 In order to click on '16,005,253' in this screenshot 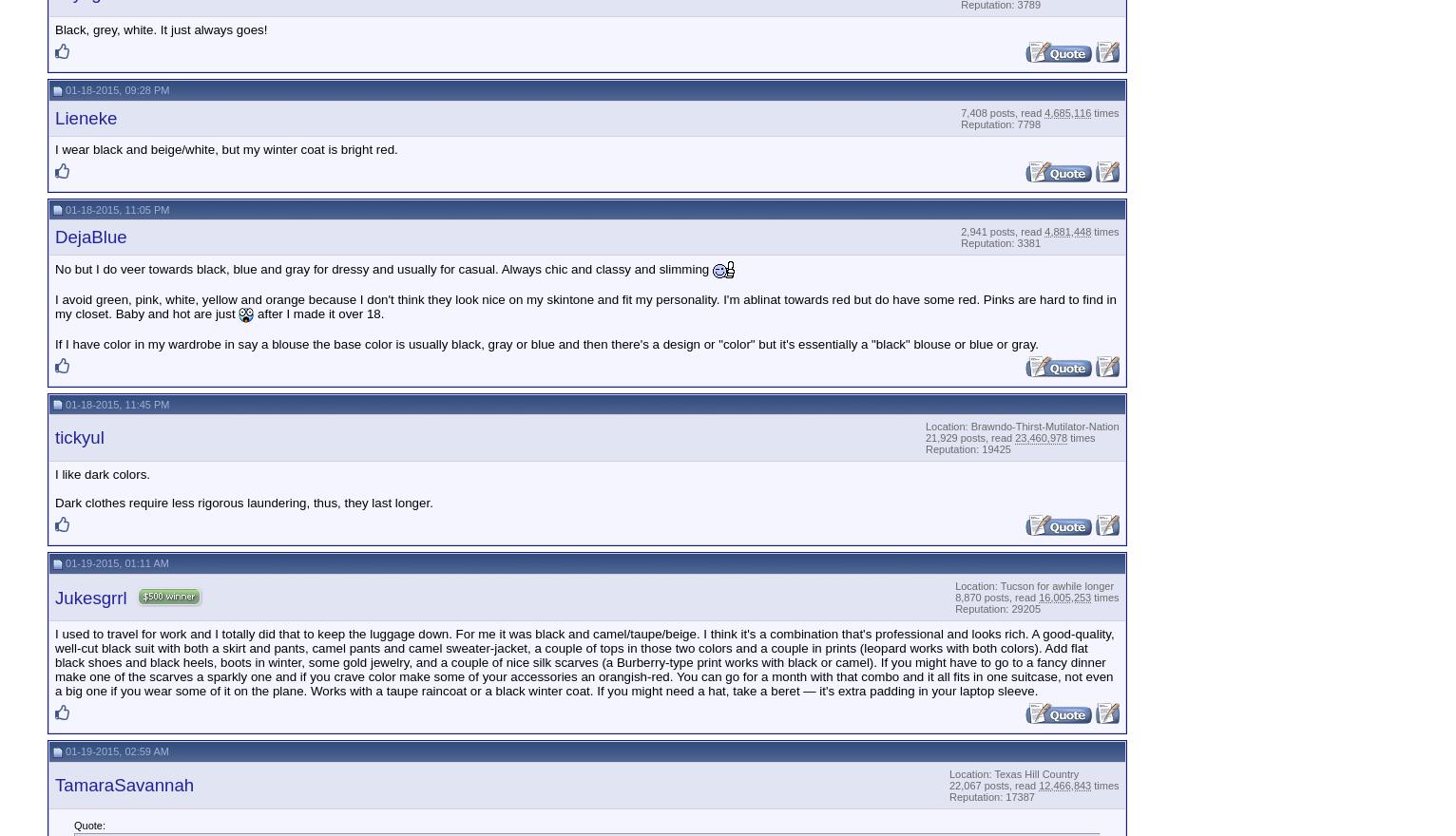, I will do `click(1063, 598)`.